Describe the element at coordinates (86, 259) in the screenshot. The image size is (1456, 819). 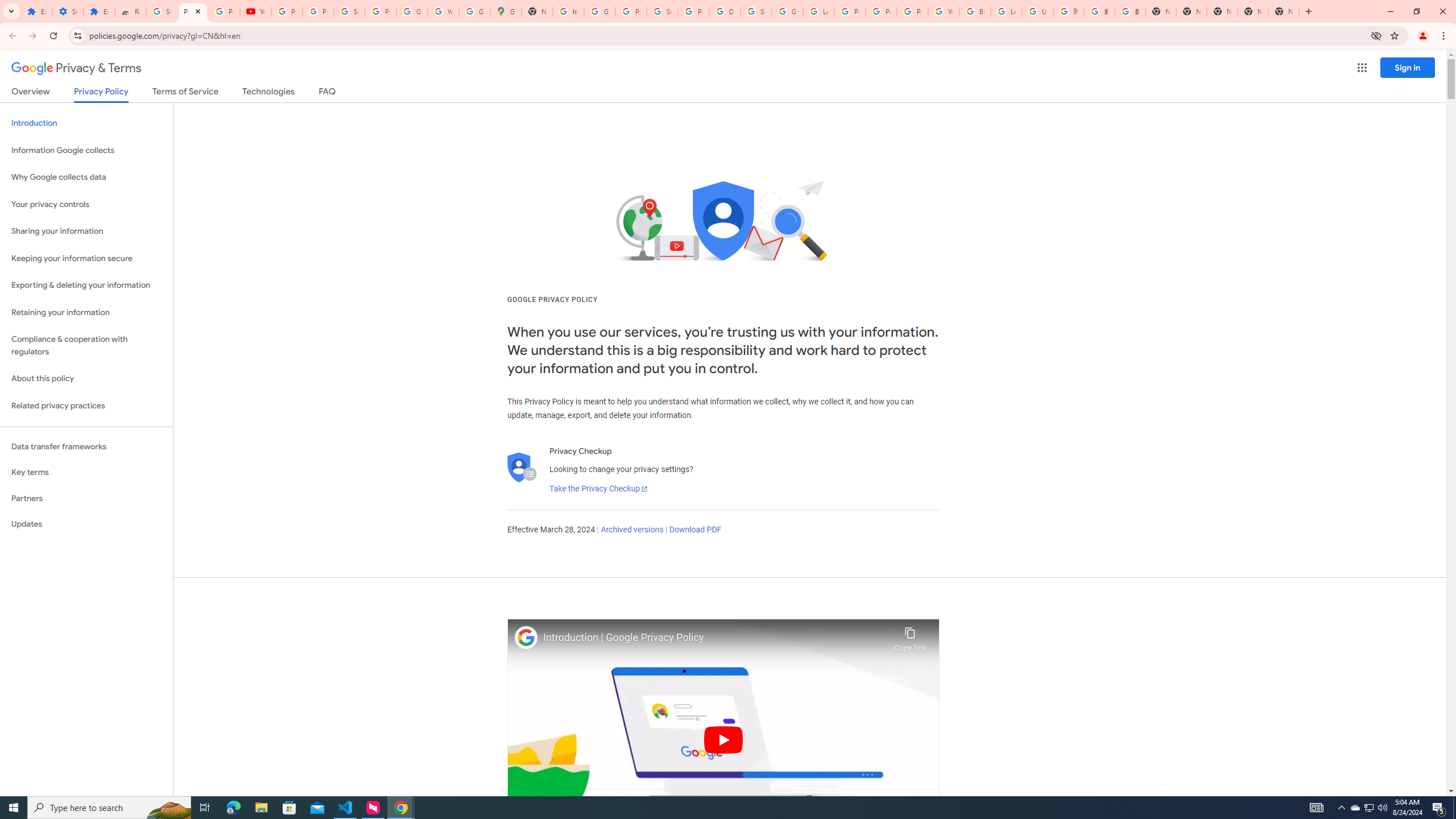
I see `'Keeping your information secure'` at that location.